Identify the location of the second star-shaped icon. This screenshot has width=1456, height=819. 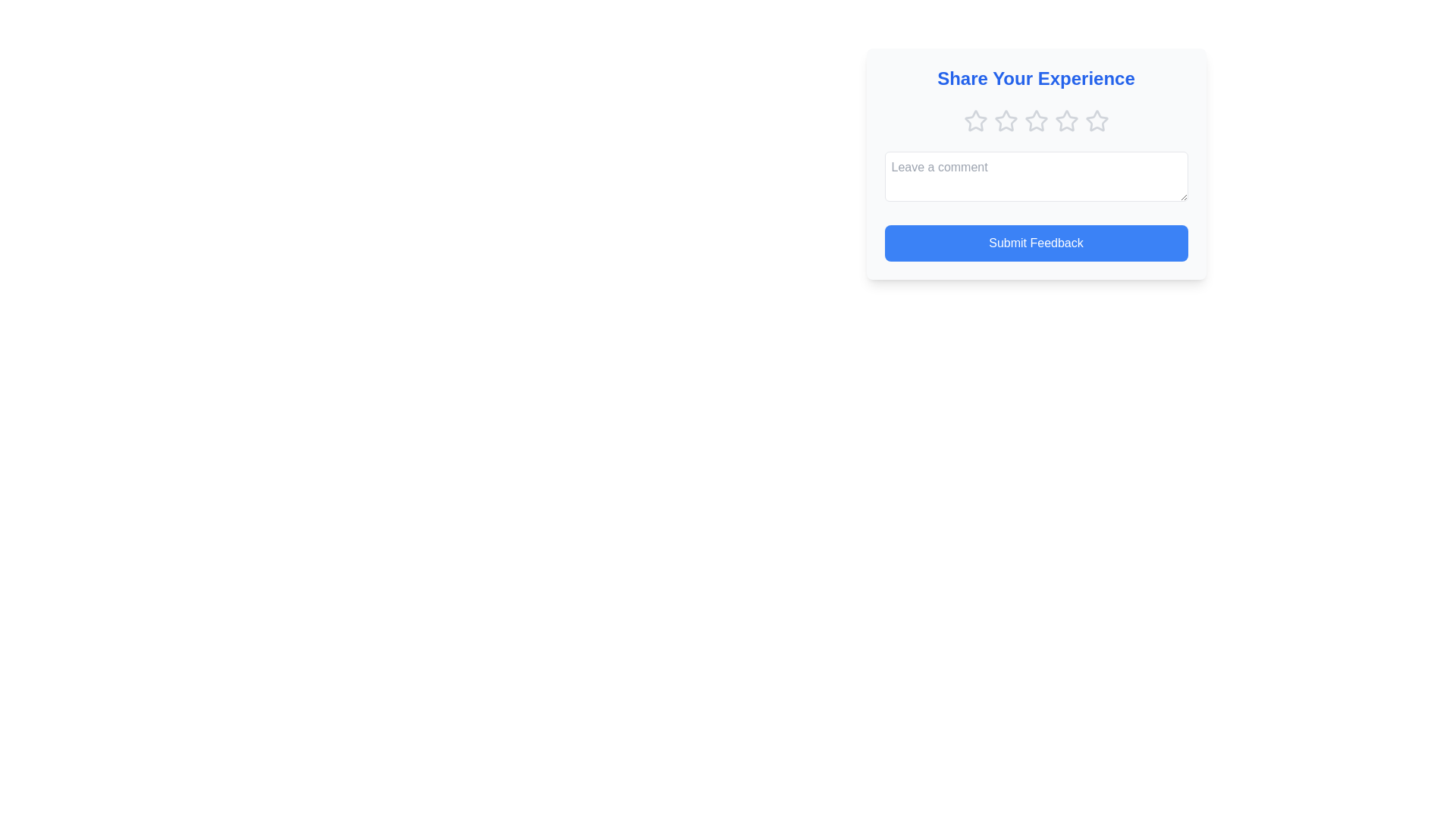
(1006, 120).